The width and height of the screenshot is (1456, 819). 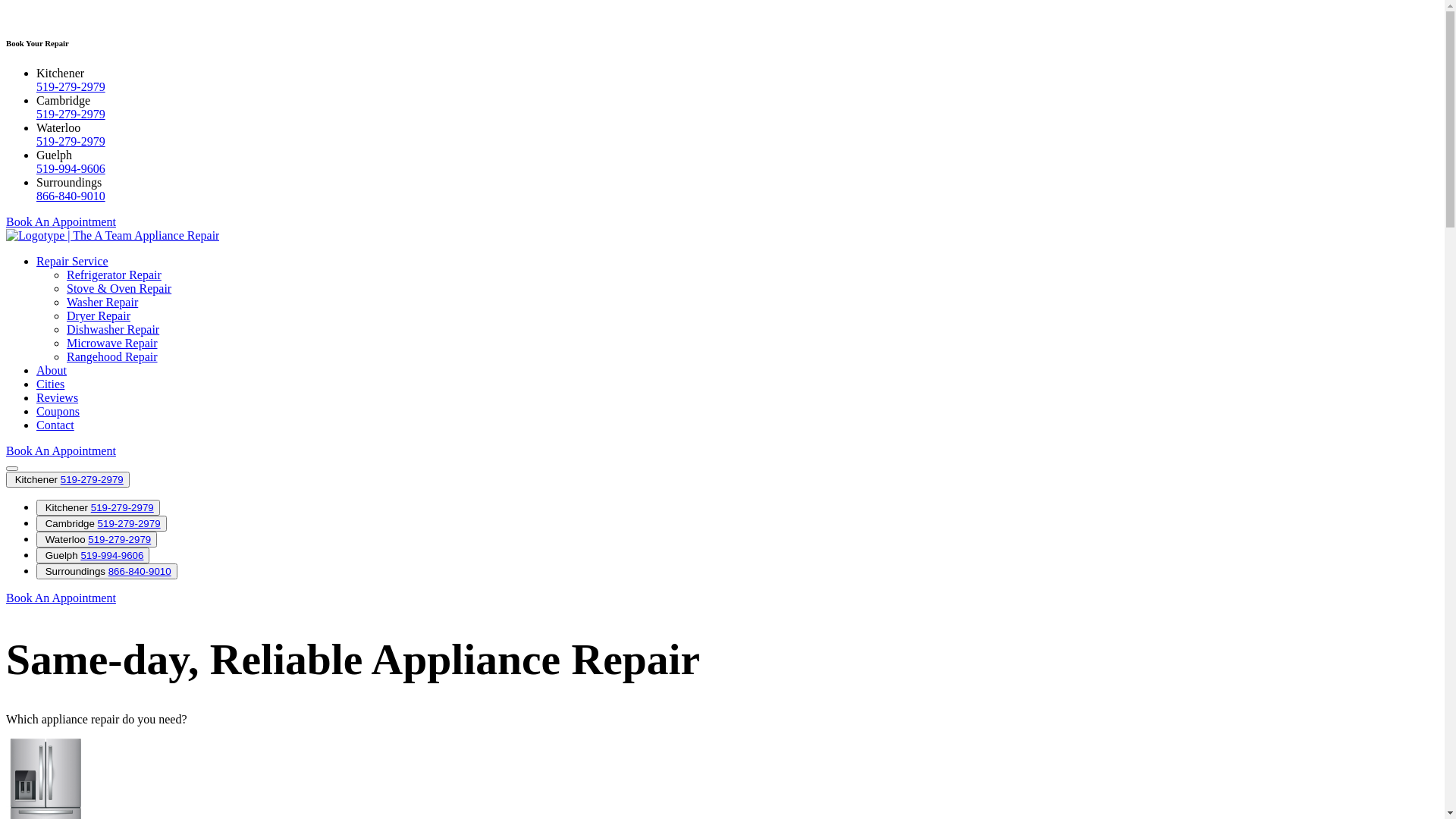 What do you see at coordinates (6, 235) in the screenshot?
I see `'Visit Home page'` at bounding box center [6, 235].